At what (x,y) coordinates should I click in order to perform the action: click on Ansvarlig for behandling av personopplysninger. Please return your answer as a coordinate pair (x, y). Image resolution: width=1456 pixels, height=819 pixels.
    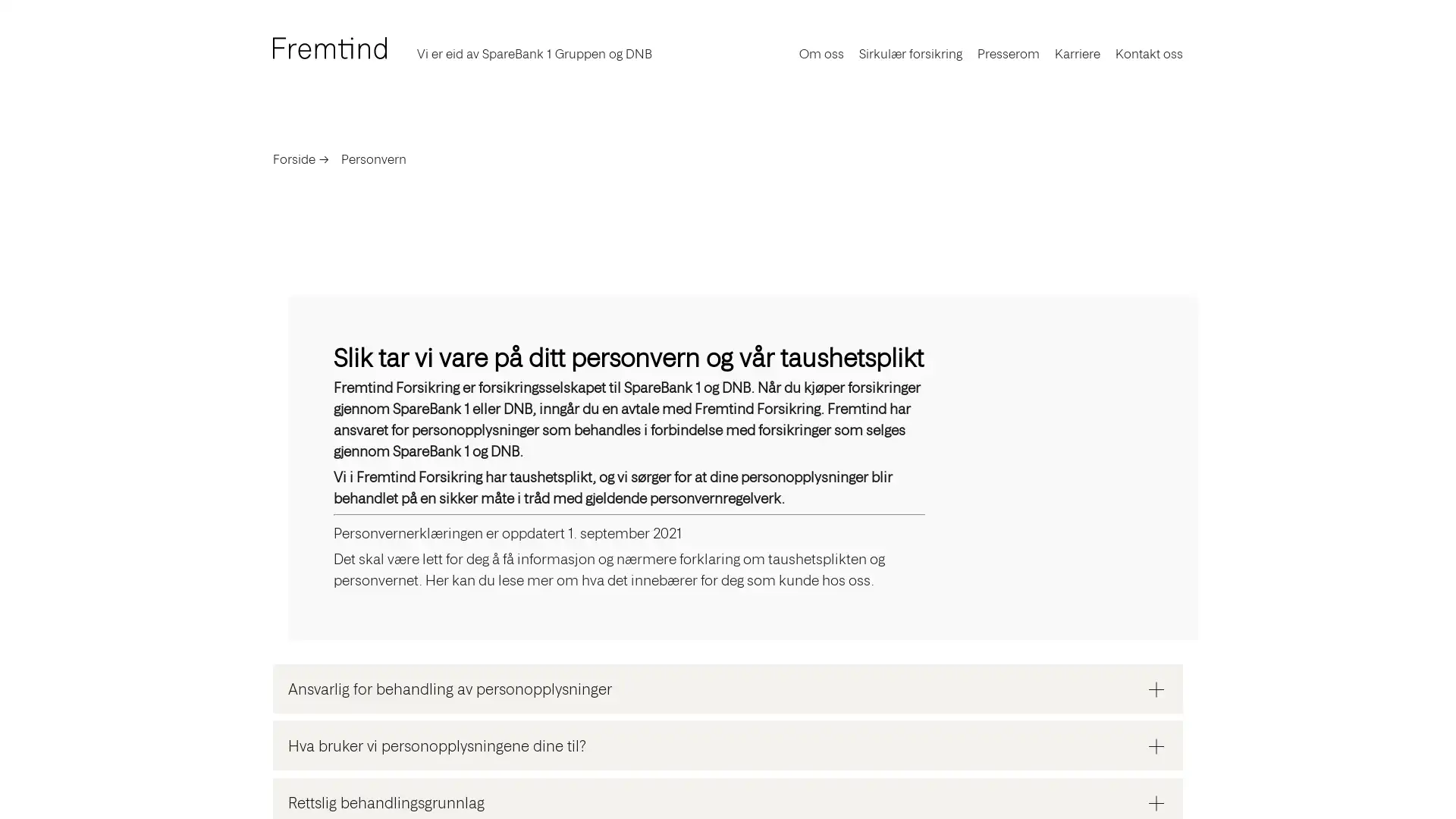
    Looking at the image, I should click on (728, 689).